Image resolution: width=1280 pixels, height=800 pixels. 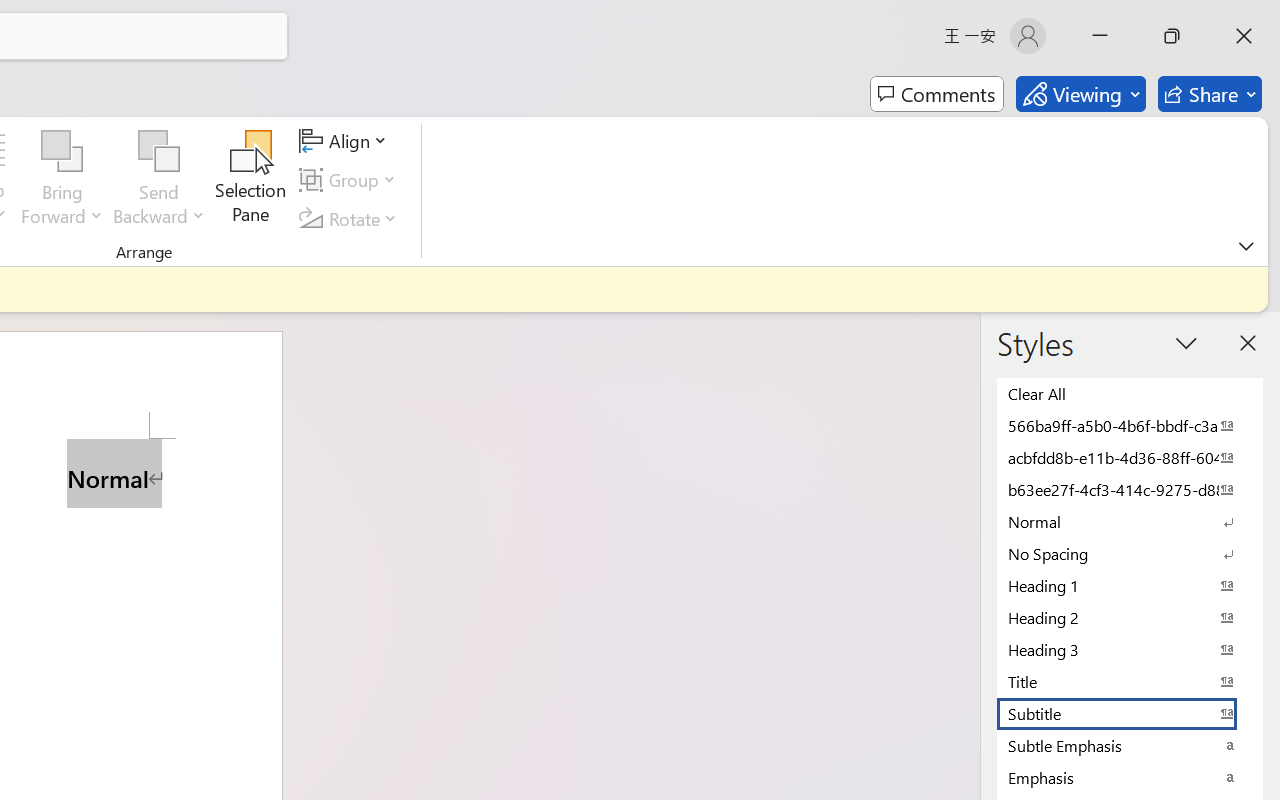 What do you see at coordinates (158, 179) in the screenshot?
I see `'Send Backward'` at bounding box center [158, 179].